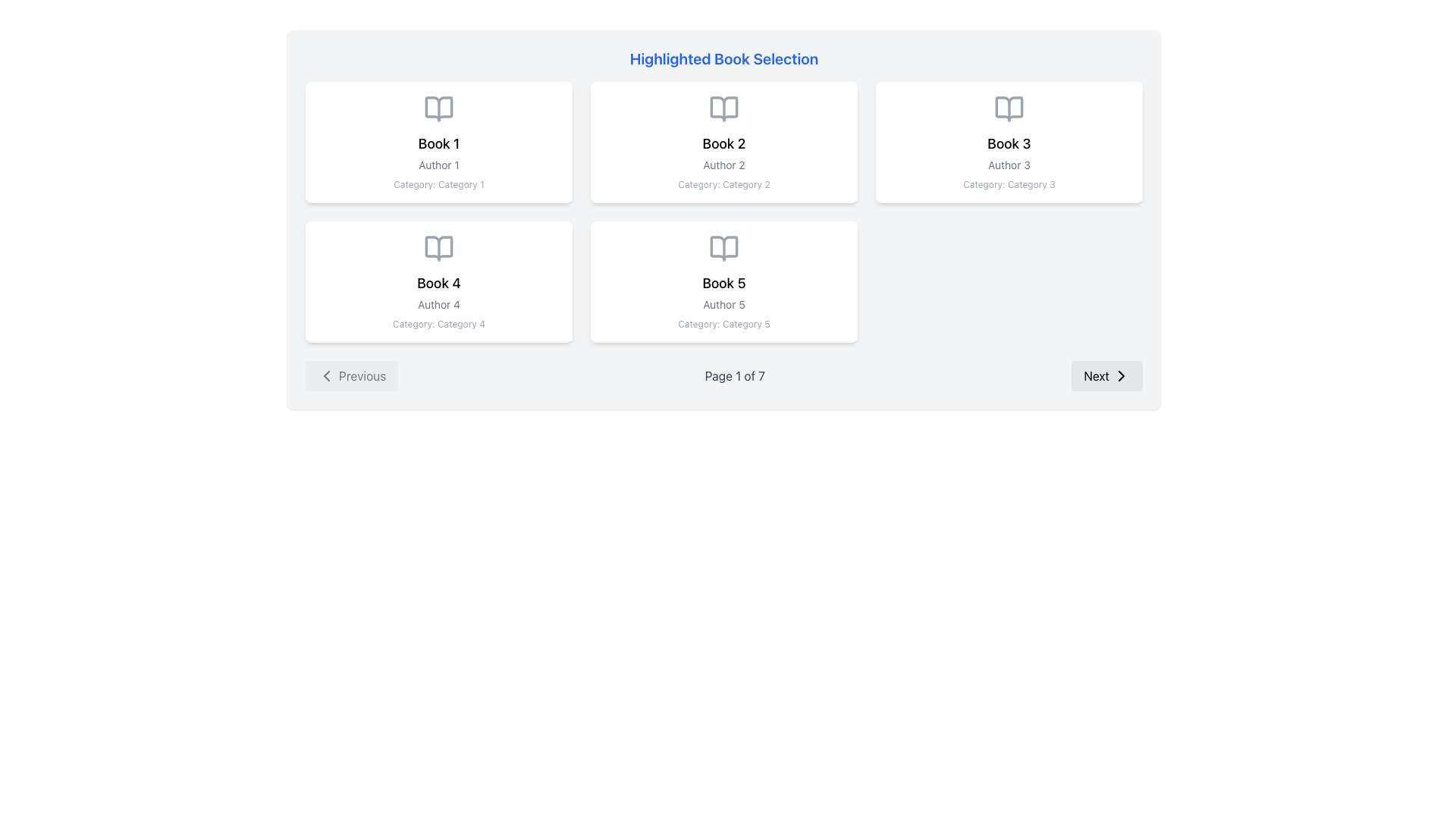 Image resolution: width=1456 pixels, height=819 pixels. What do you see at coordinates (438, 284) in the screenshot?
I see `the text label that reads 'Book 4', which is styled in bold and centered format, located in the third card of a two-by-two grid layout` at bounding box center [438, 284].